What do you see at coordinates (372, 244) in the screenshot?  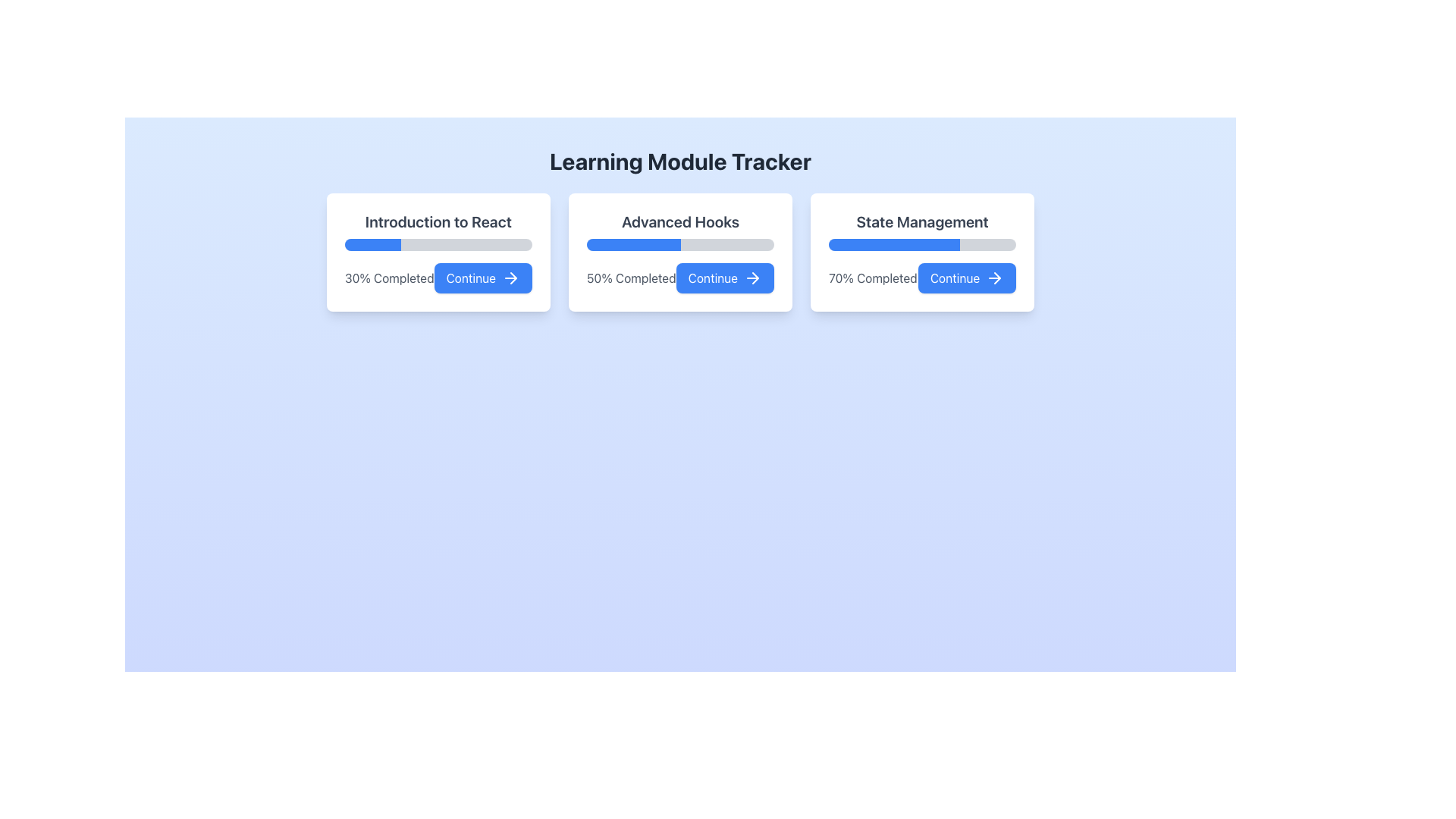 I see `the filled section of the progress bar that indicates 30% completion for the 'Introduction to React' module` at bounding box center [372, 244].